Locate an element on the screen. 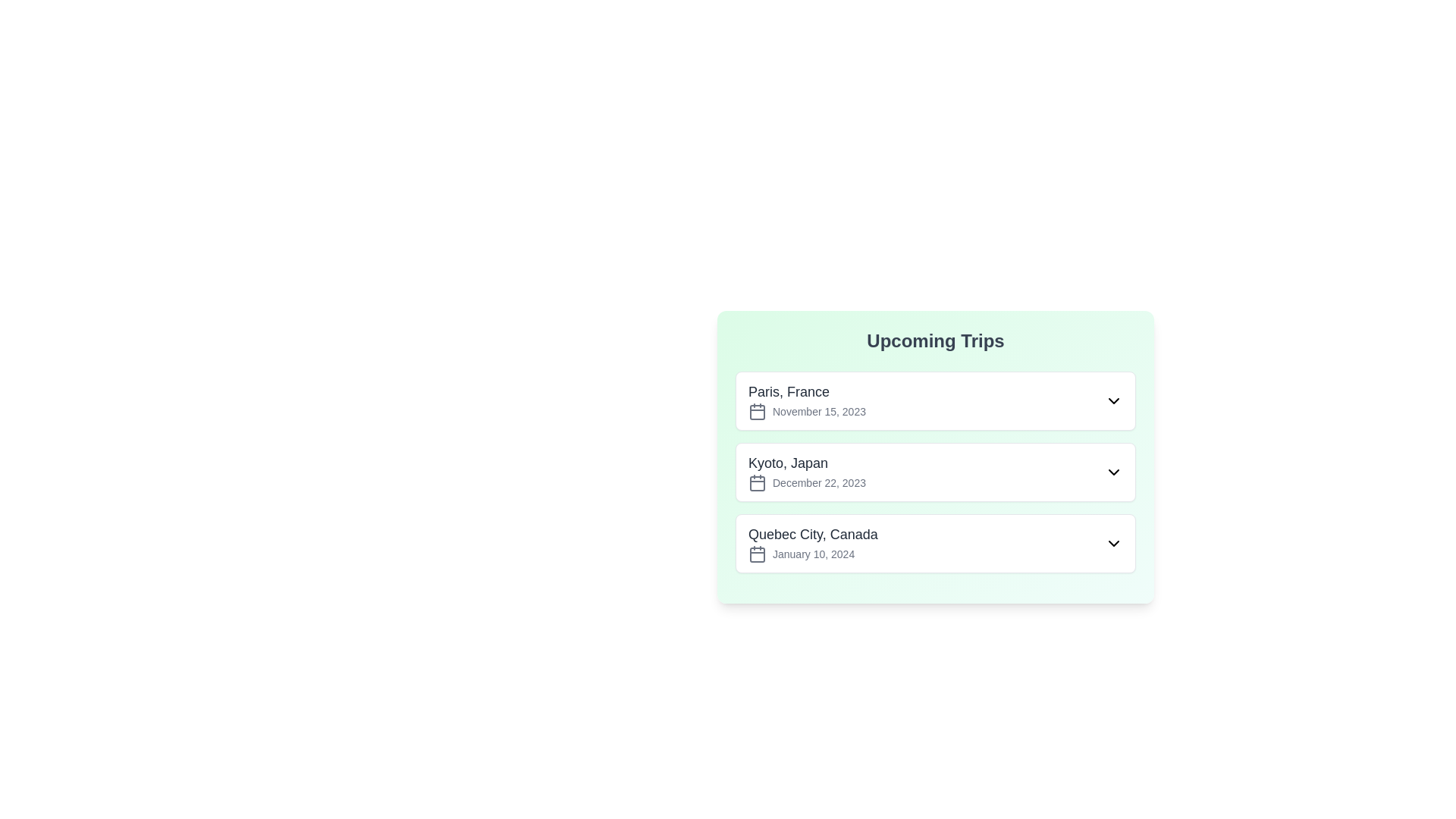 The height and width of the screenshot is (819, 1456). the text label indicating the destination of an upcoming trip, which is located beneath the 'Upcoming Trips' header and is the first entry in the list is located at coordinates (806, 391).